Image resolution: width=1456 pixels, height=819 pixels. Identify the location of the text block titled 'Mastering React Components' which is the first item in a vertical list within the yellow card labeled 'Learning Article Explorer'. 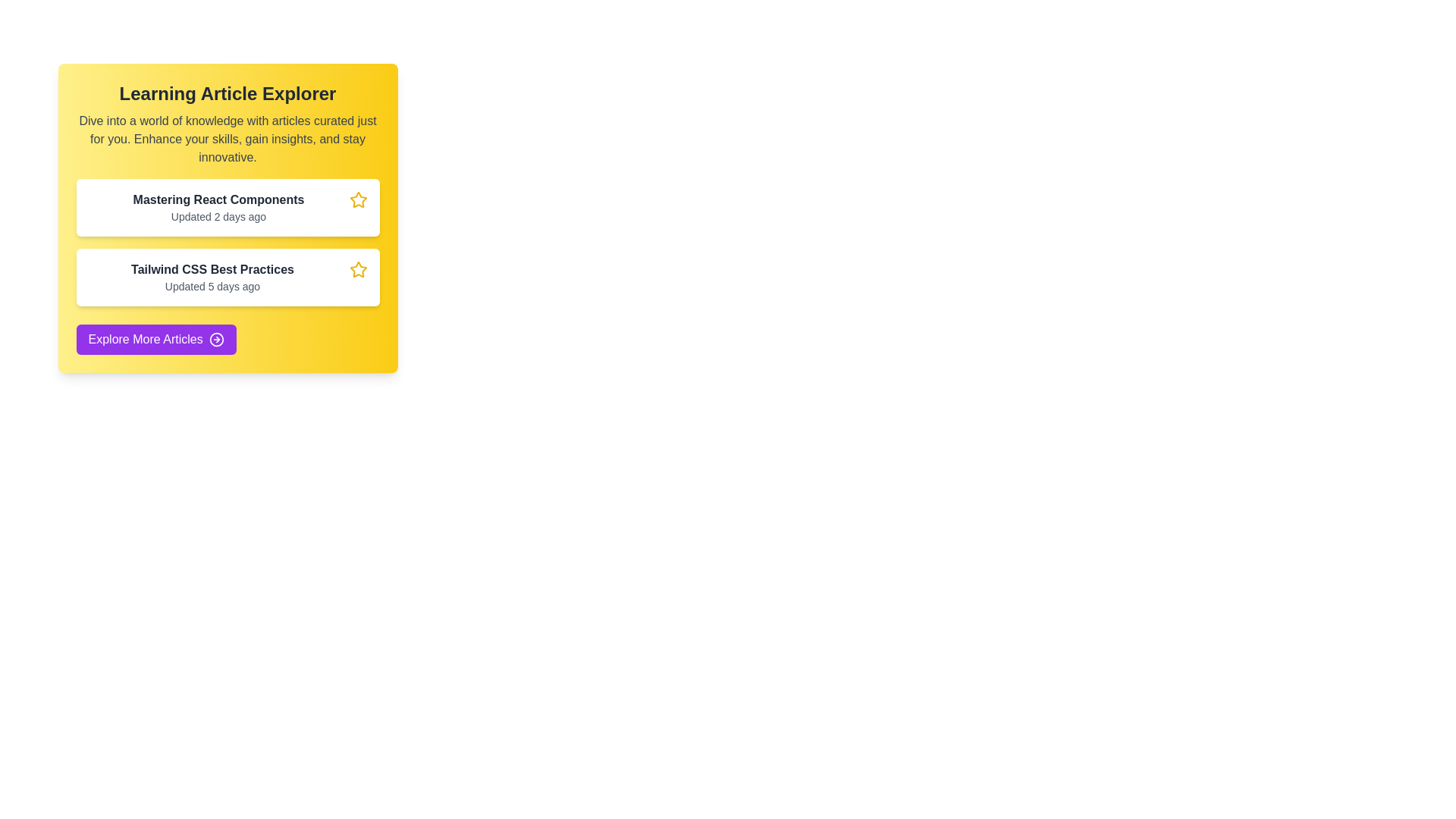
(218, 207).